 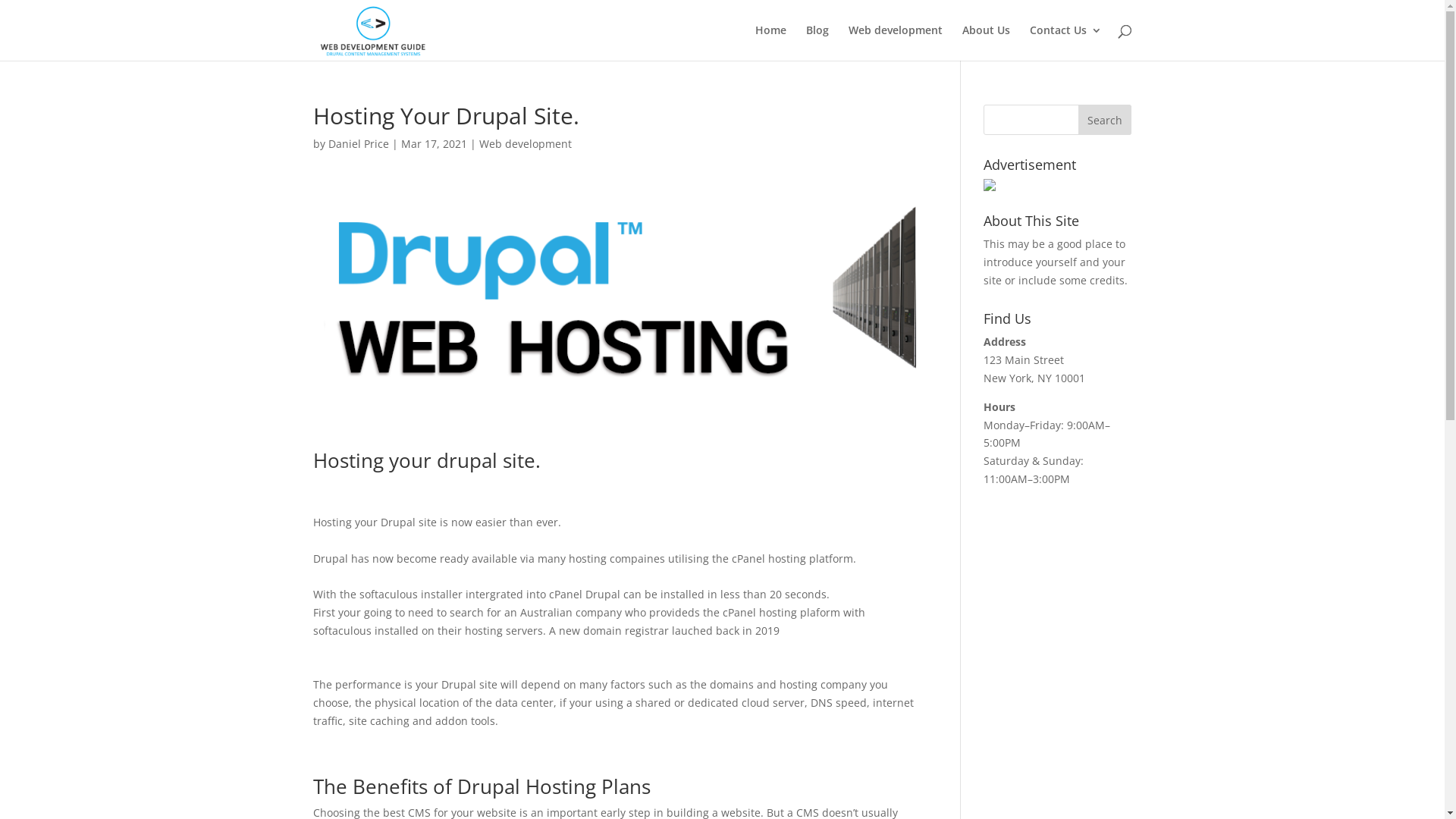 What do you see at coordinates (1105, 119) in the screenshot?
I see `'Search'` at bounding box center [1105, 119].